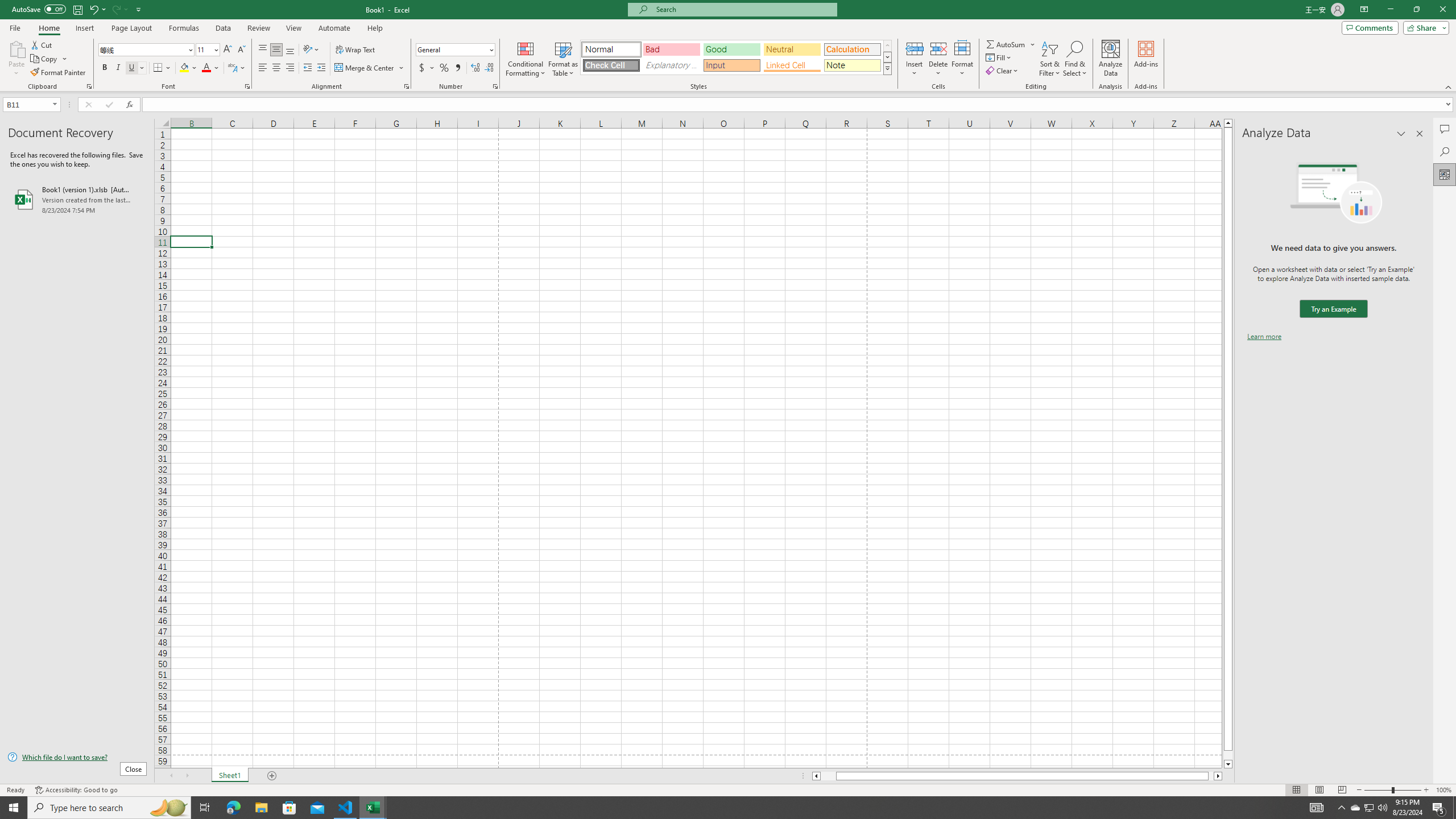 The image size is (1456, 819). What do you see at coordinates (887, 56) in the screenshot?
I see `'Row Down'` at bounding box center [887, 56].